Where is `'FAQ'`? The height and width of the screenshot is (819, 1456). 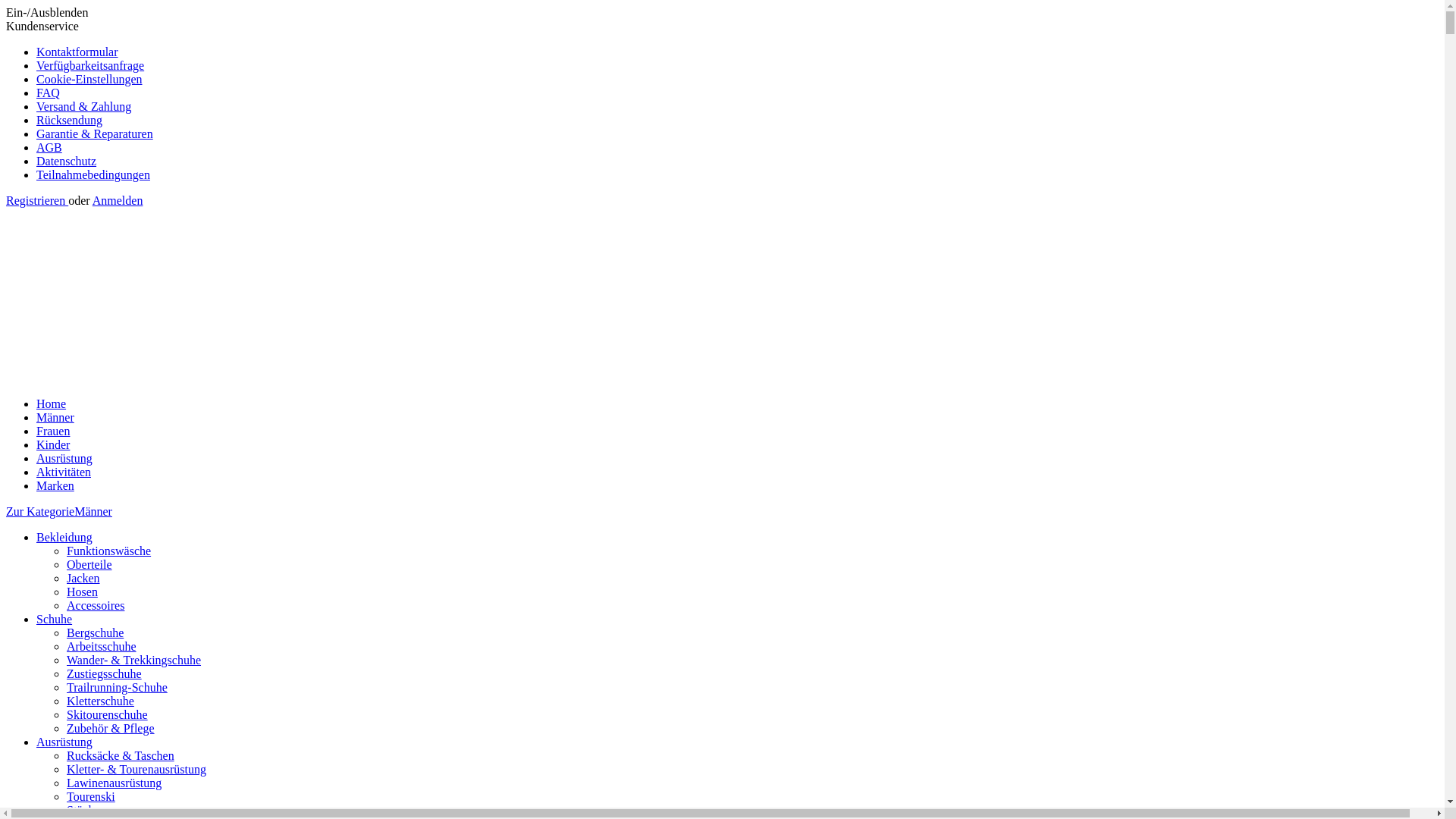
'FAQ' is located at coordinates (48, 93).